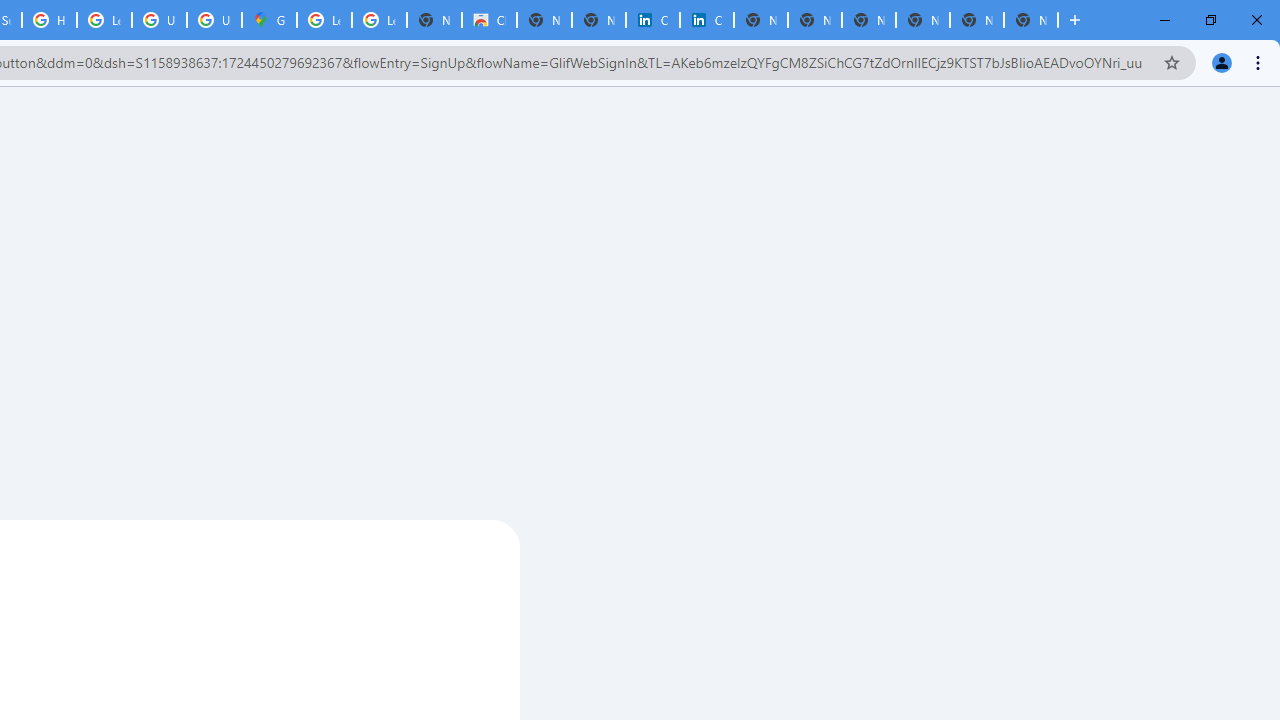  I want to click on 'New Tab', so click(1031, 20).